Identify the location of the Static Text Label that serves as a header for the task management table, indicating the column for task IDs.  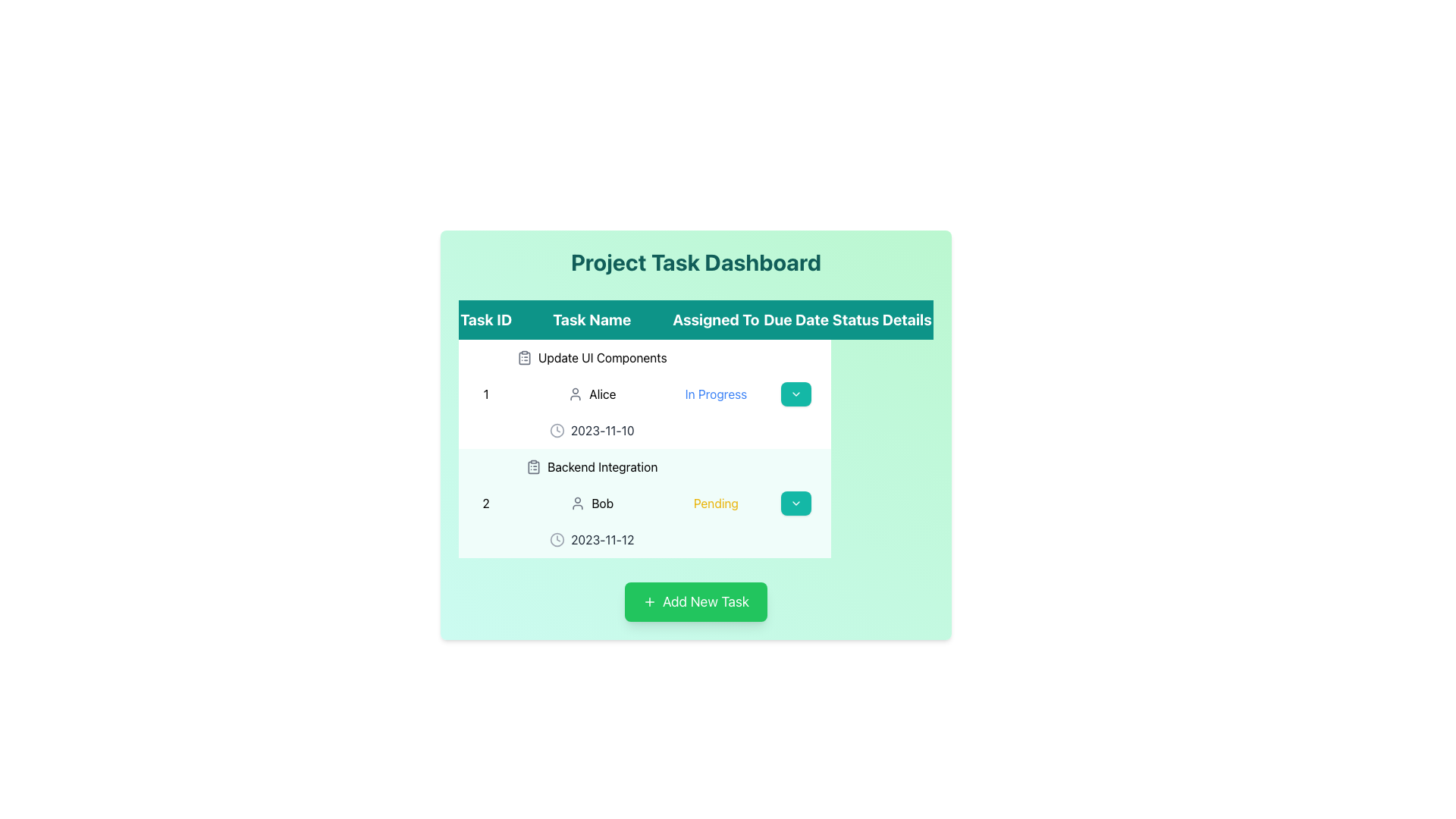
(486, 318).